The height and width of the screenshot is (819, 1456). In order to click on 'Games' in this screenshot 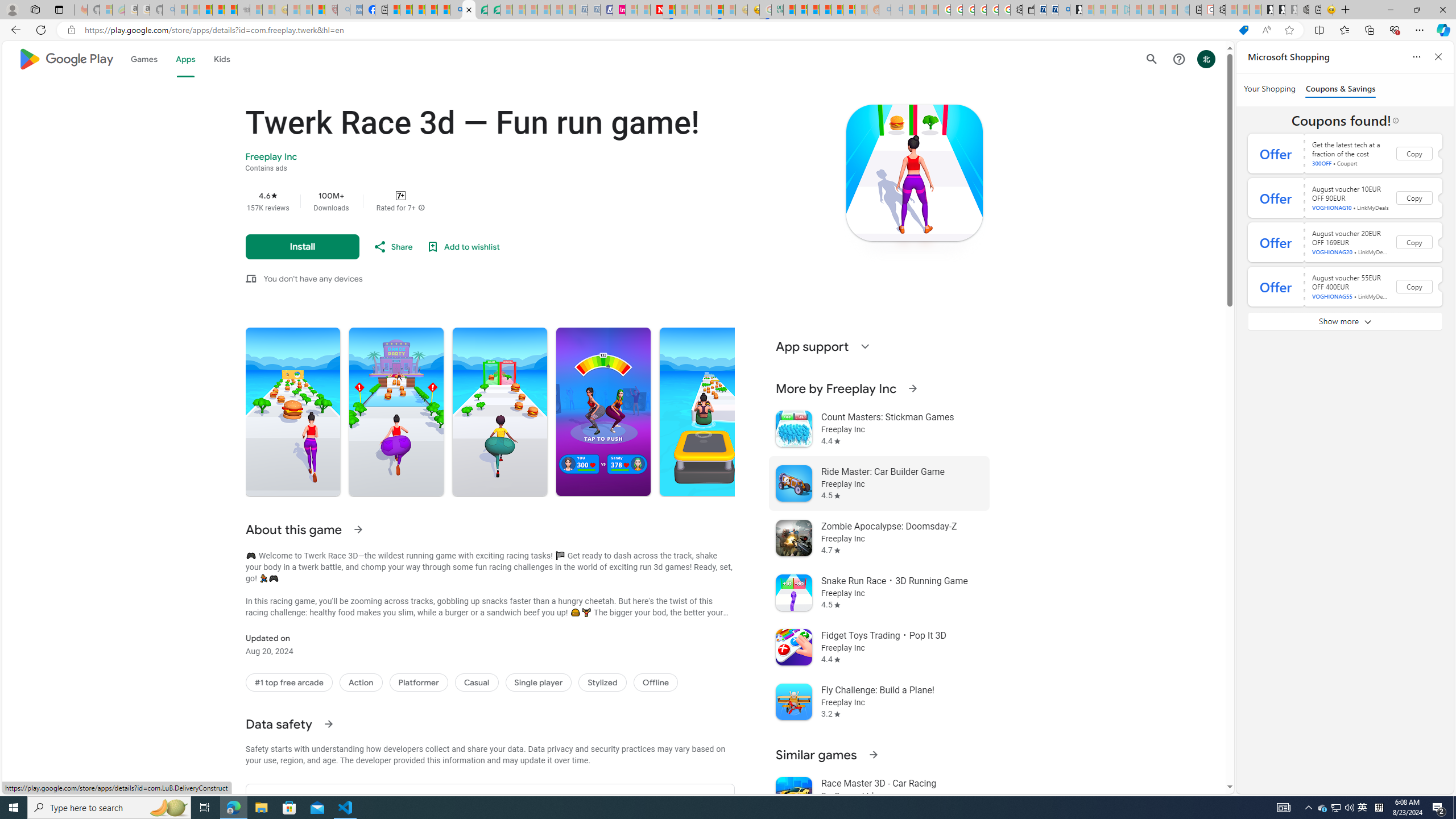, I will do `click(143, 59)`.